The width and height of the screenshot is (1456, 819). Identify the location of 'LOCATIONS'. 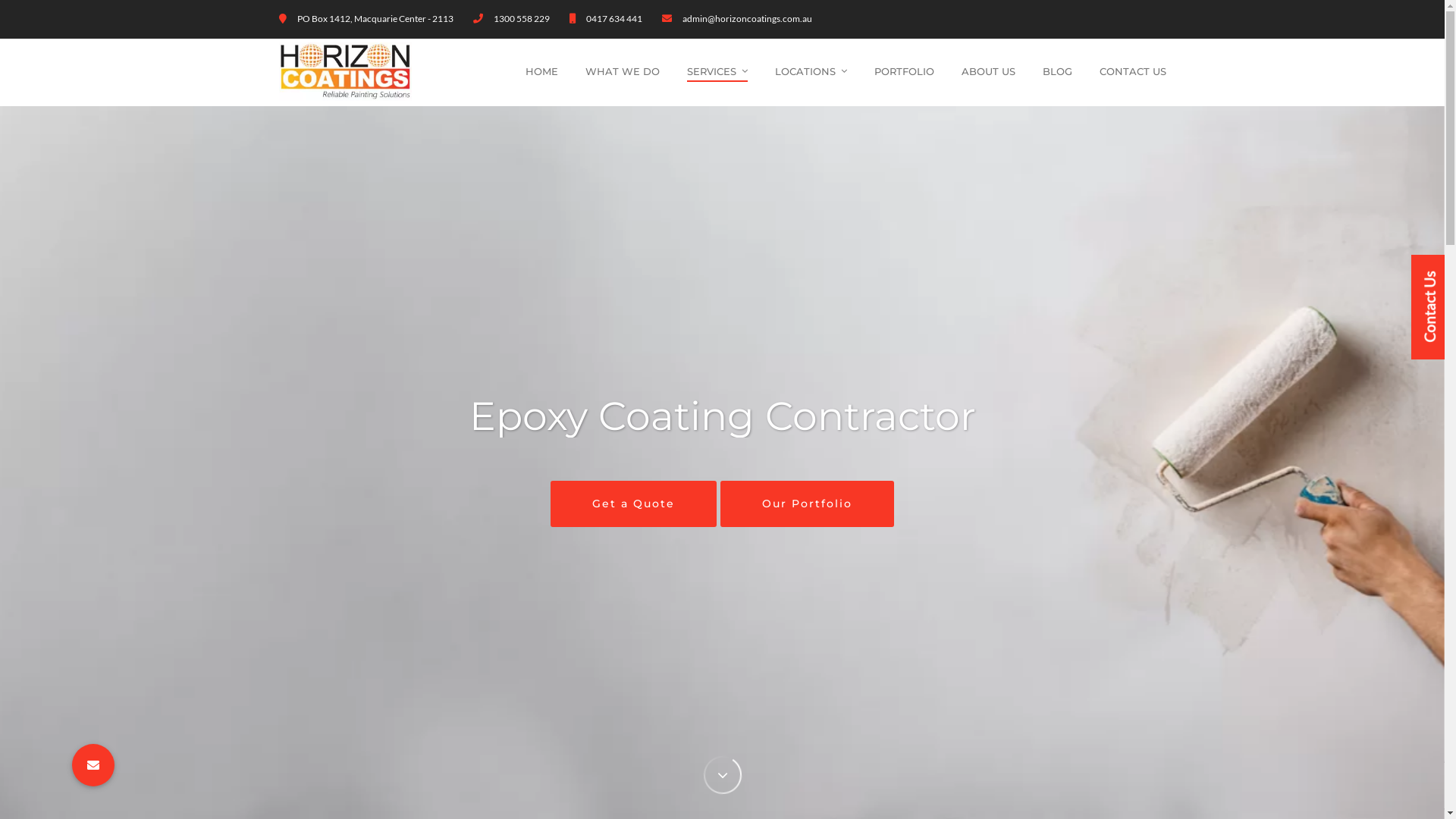
(810, 71).